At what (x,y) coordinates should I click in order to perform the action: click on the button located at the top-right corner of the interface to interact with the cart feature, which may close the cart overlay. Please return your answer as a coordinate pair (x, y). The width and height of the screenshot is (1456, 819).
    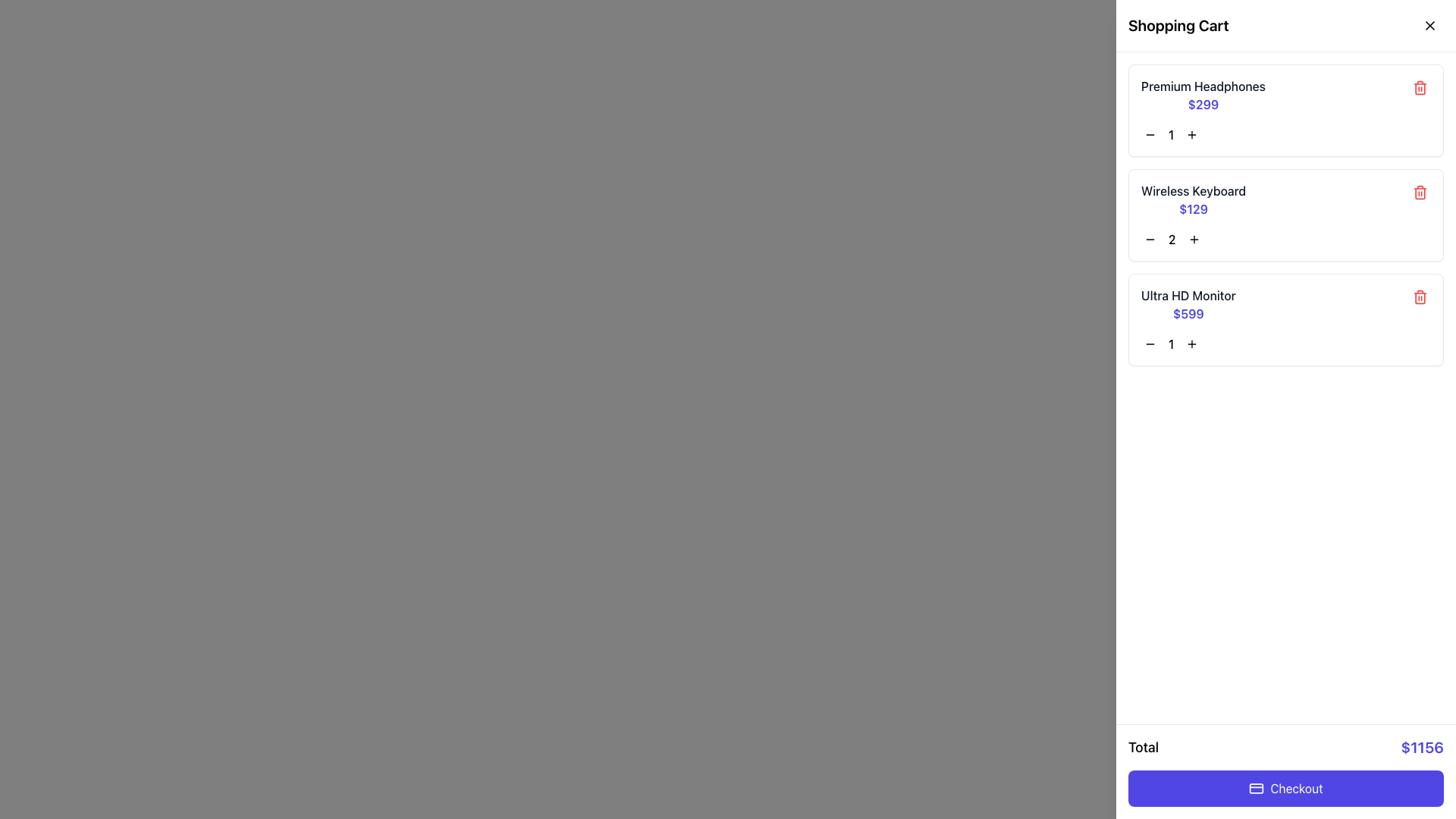
    Looking at the image, I should click on (1427, 27).